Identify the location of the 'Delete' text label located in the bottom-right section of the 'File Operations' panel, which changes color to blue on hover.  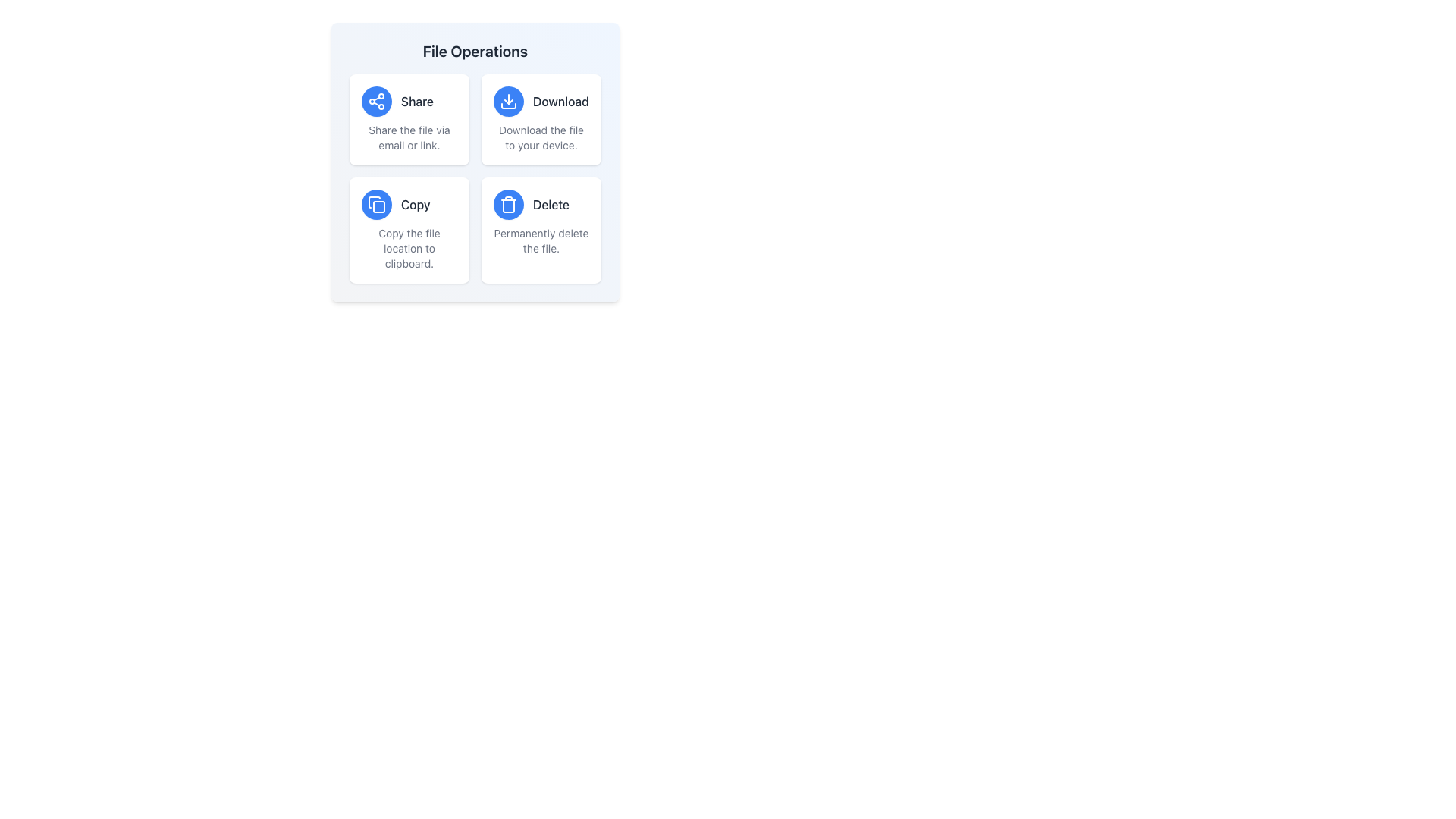
(551, 205).